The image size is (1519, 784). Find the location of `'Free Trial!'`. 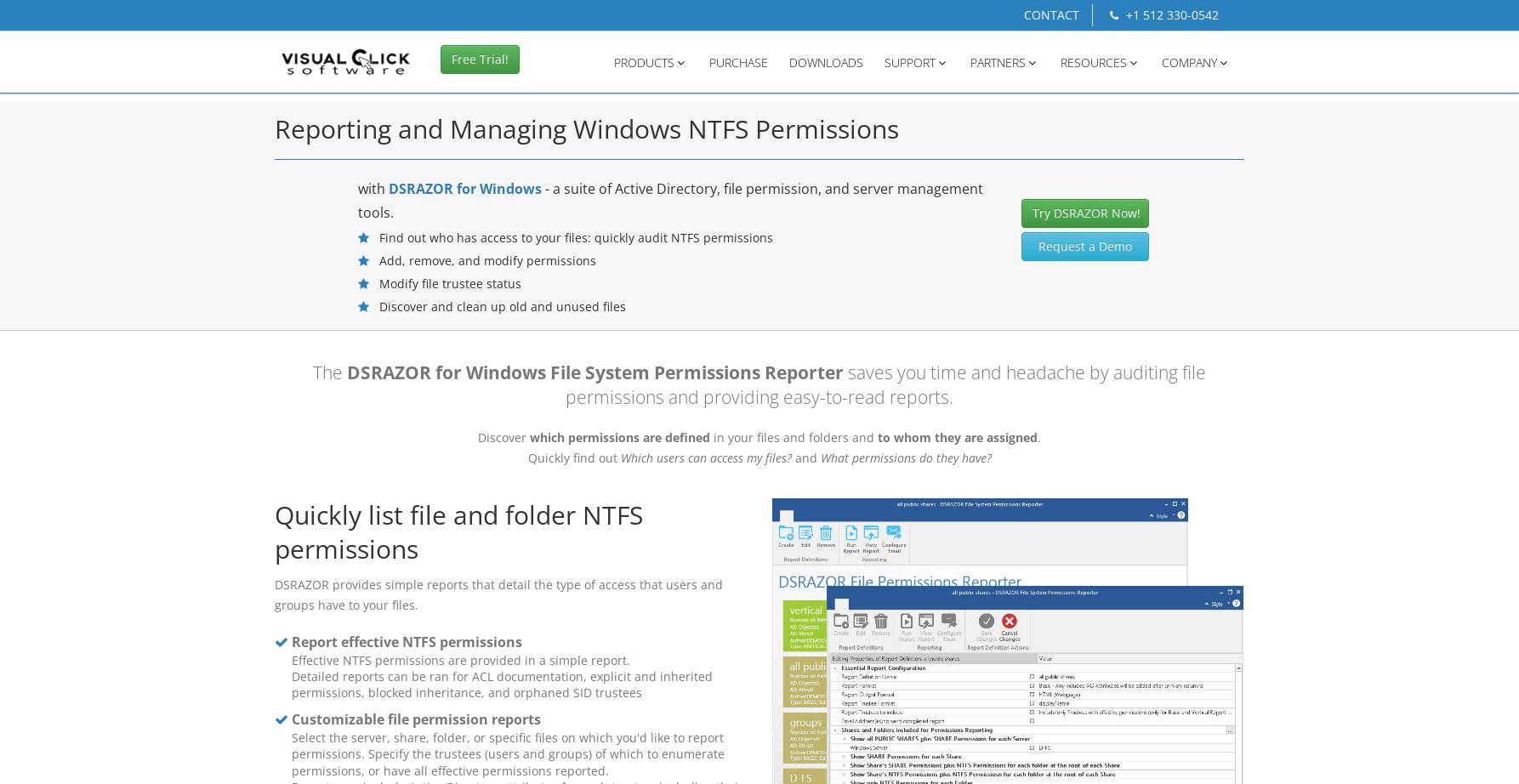

'Free Trial!' is located at coordinates (479, 64).